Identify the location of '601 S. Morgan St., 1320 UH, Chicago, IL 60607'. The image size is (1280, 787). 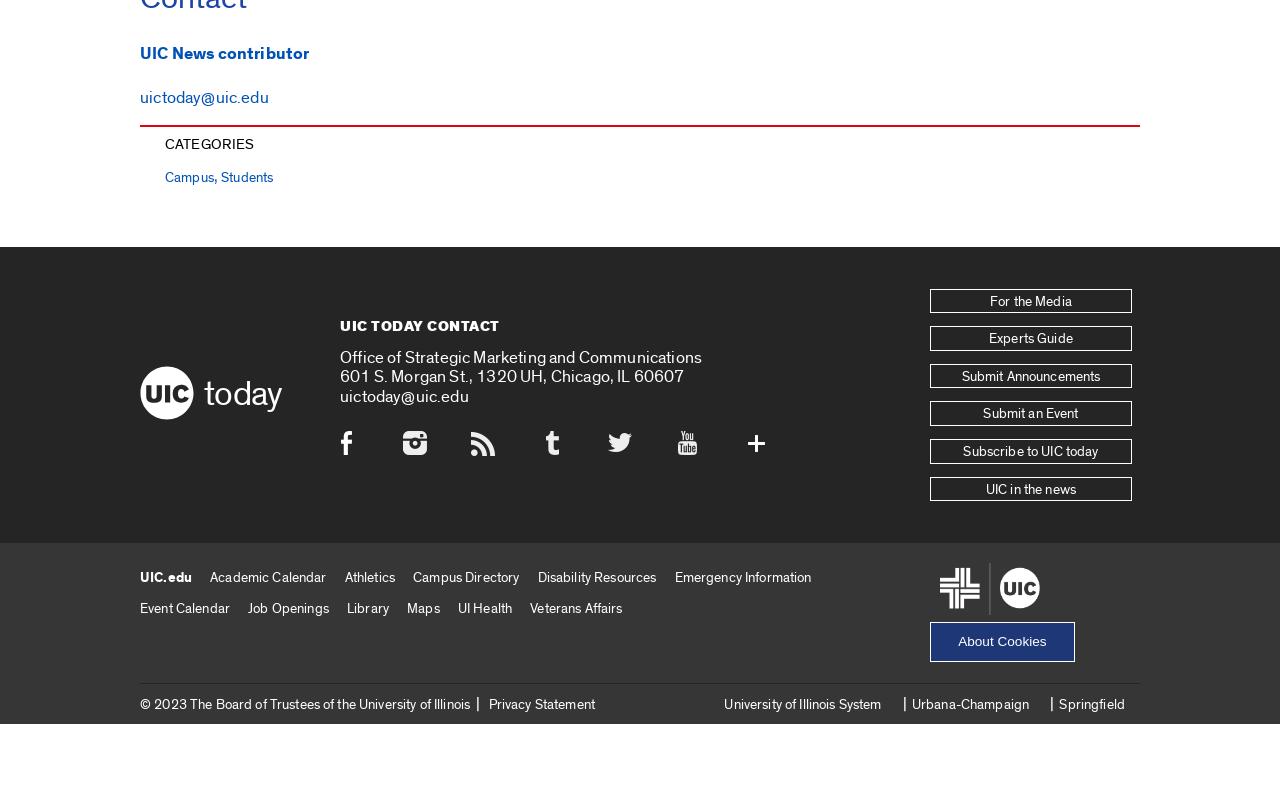
(512, 375).